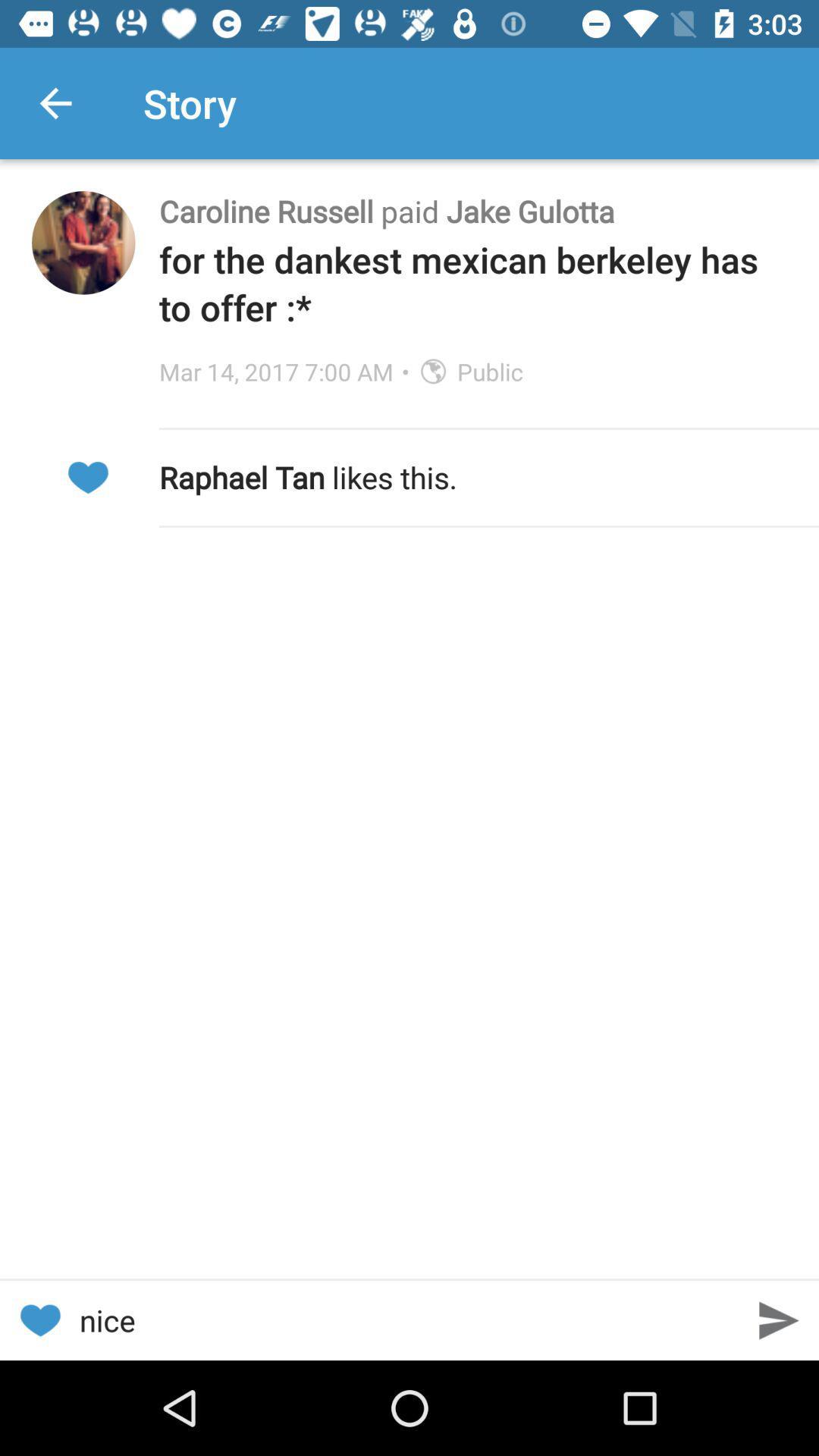  Describe the element at coordinates (55, 102) in the screenshot. I see `icon to the left of the story` at that location.